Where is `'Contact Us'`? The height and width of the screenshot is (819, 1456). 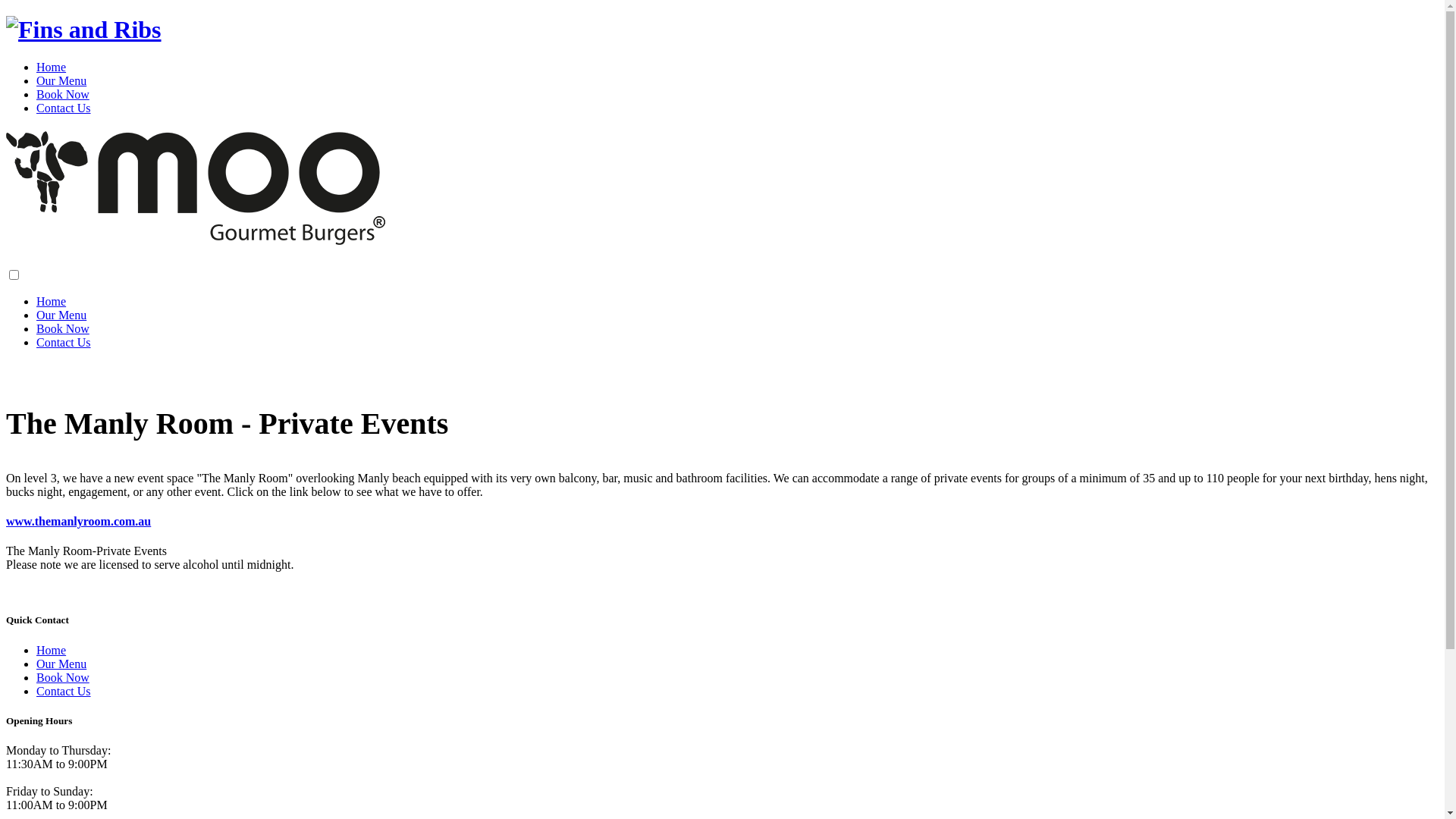 'Contact Us' is located at coordinates (62, 691).